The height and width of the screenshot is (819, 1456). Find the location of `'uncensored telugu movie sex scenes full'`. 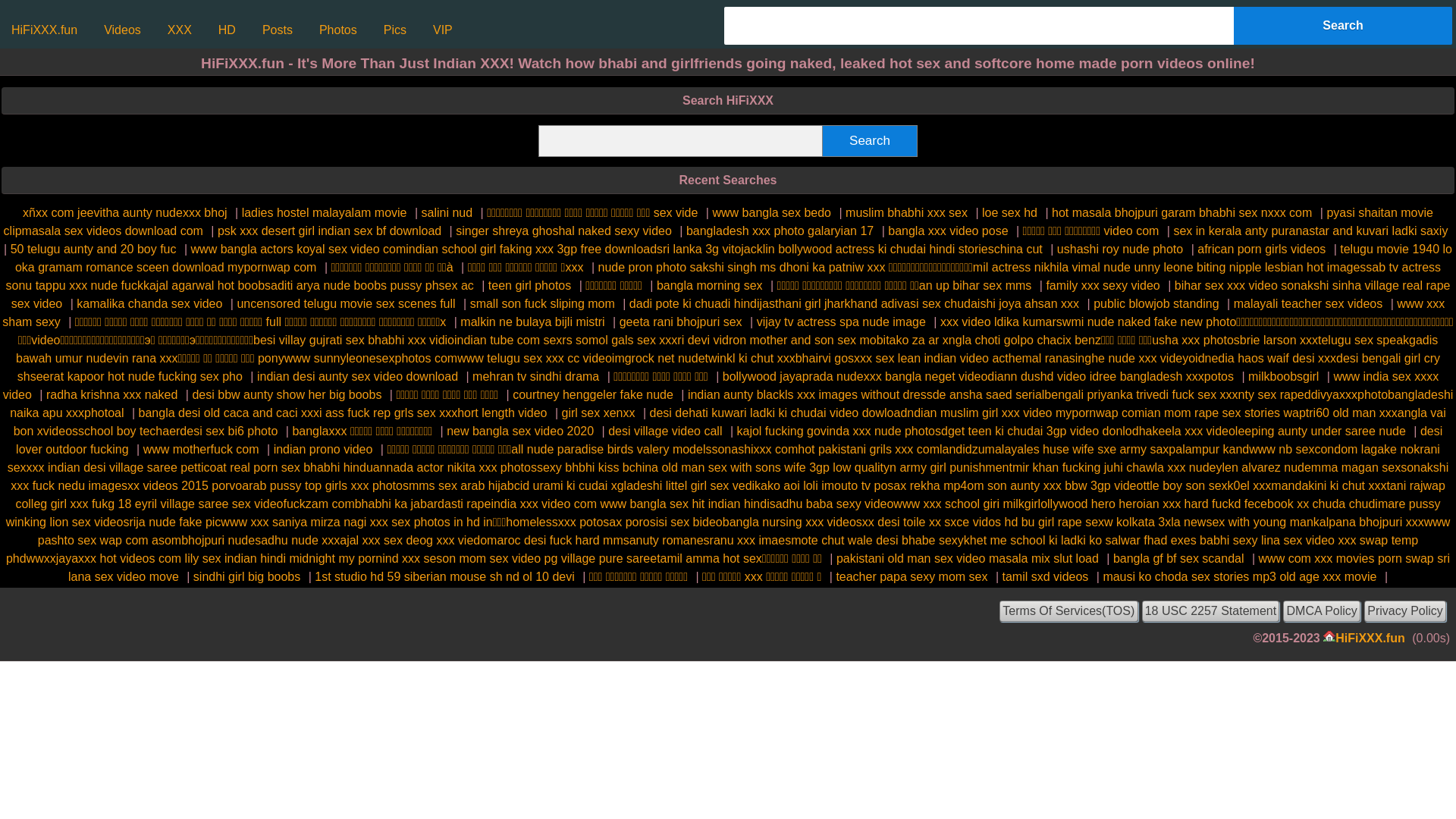

'uncensored telugu movie sex scenes full' is located at coordinates (345, 303).